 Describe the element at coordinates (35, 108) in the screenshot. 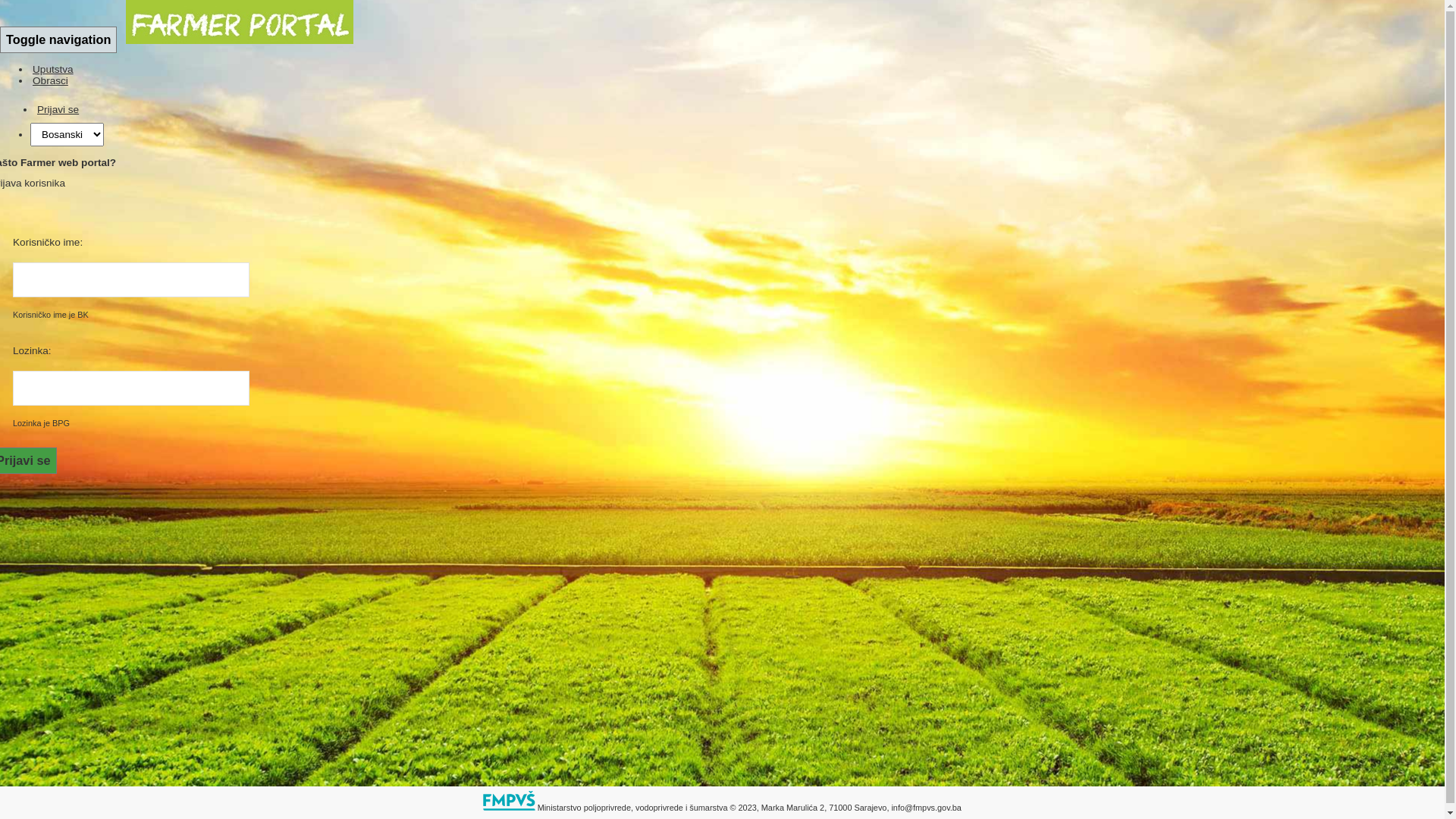

I see `'Prijavi se'` at that location.